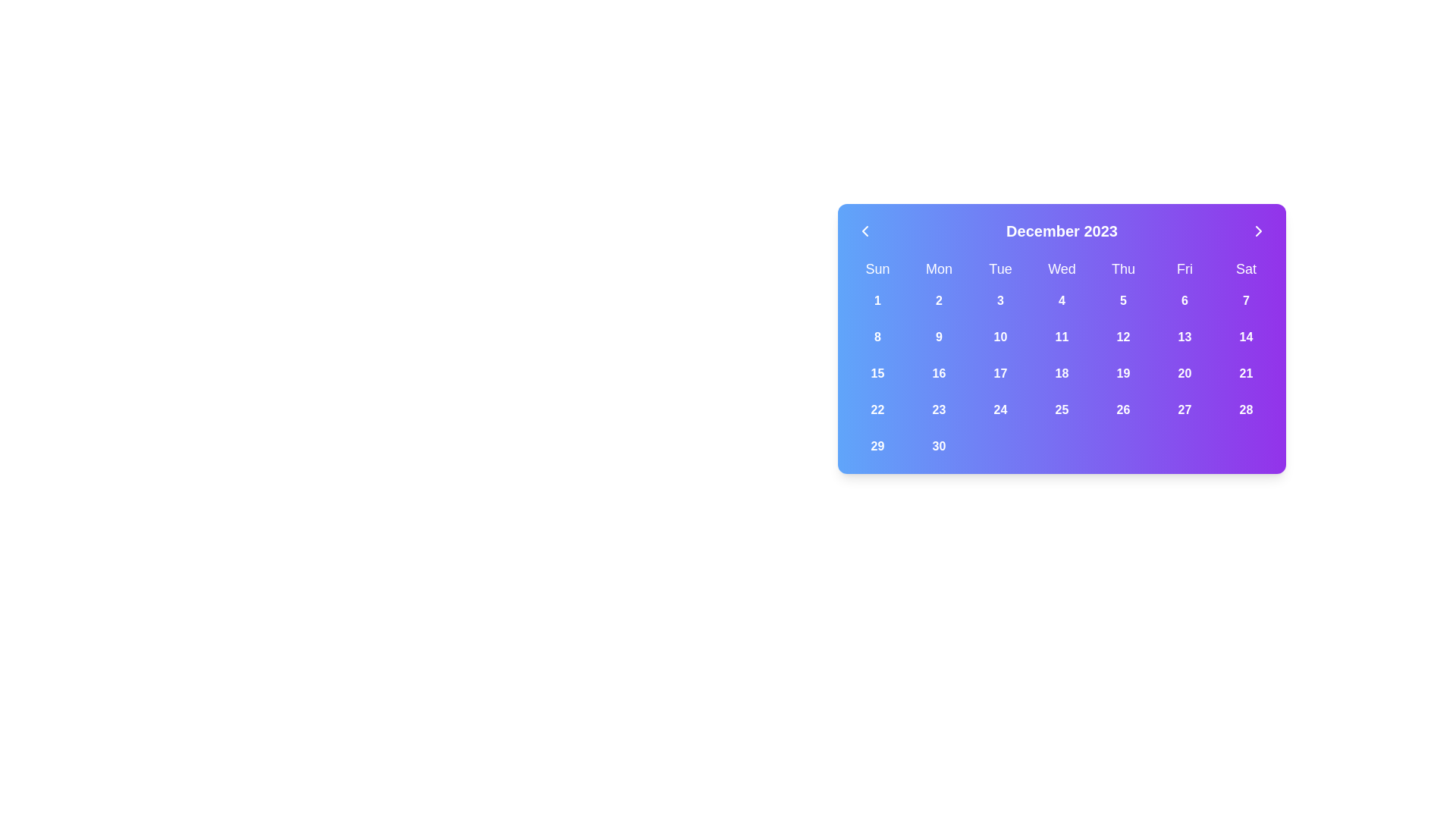  Describe the element at coordinates (938, 336) in the screenshot. I see `the button labeled '9' in the calendar grid for December 2023` at that location.